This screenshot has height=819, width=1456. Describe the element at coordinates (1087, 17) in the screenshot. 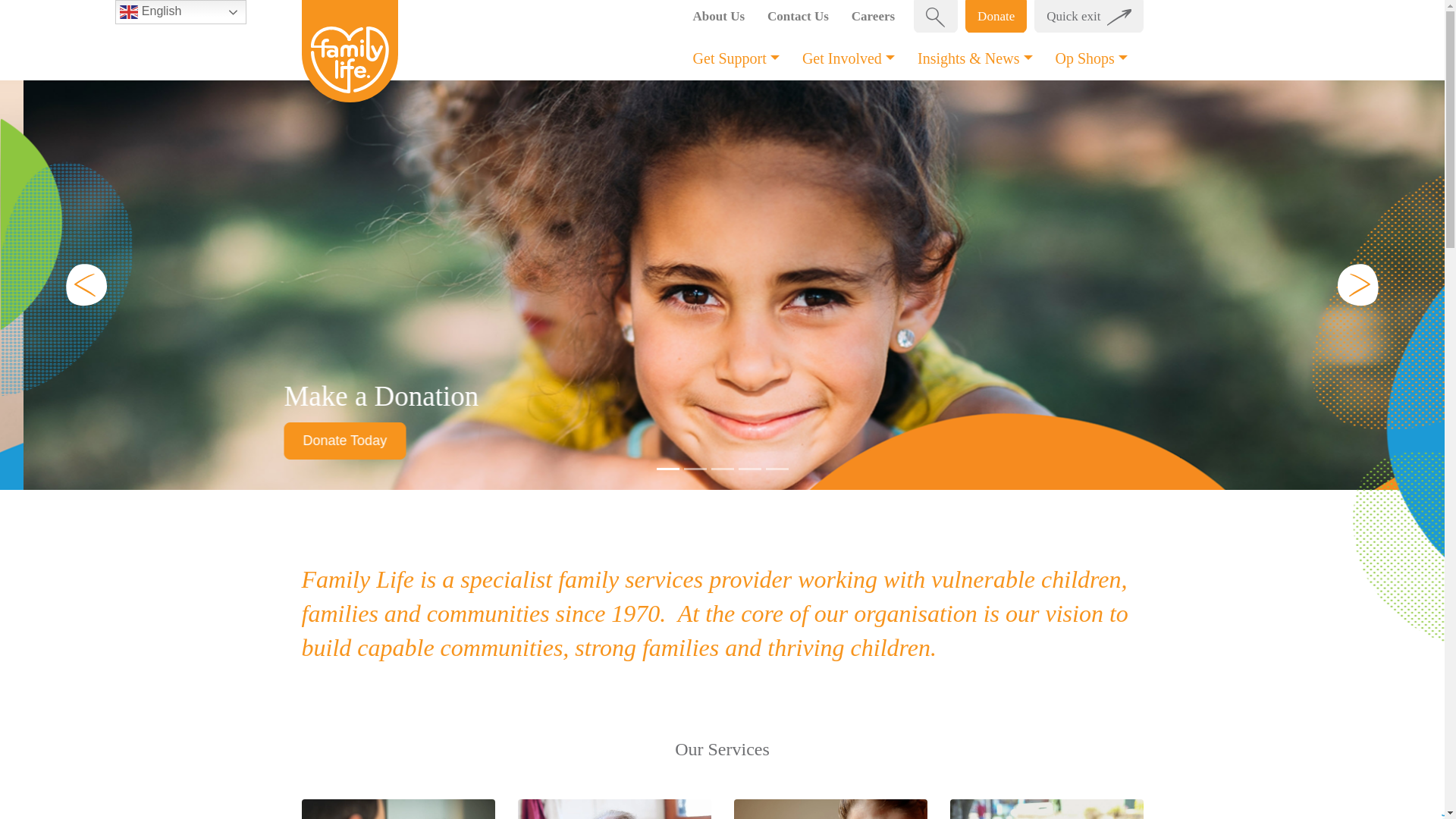

I see `'Quick exit'` at that location.